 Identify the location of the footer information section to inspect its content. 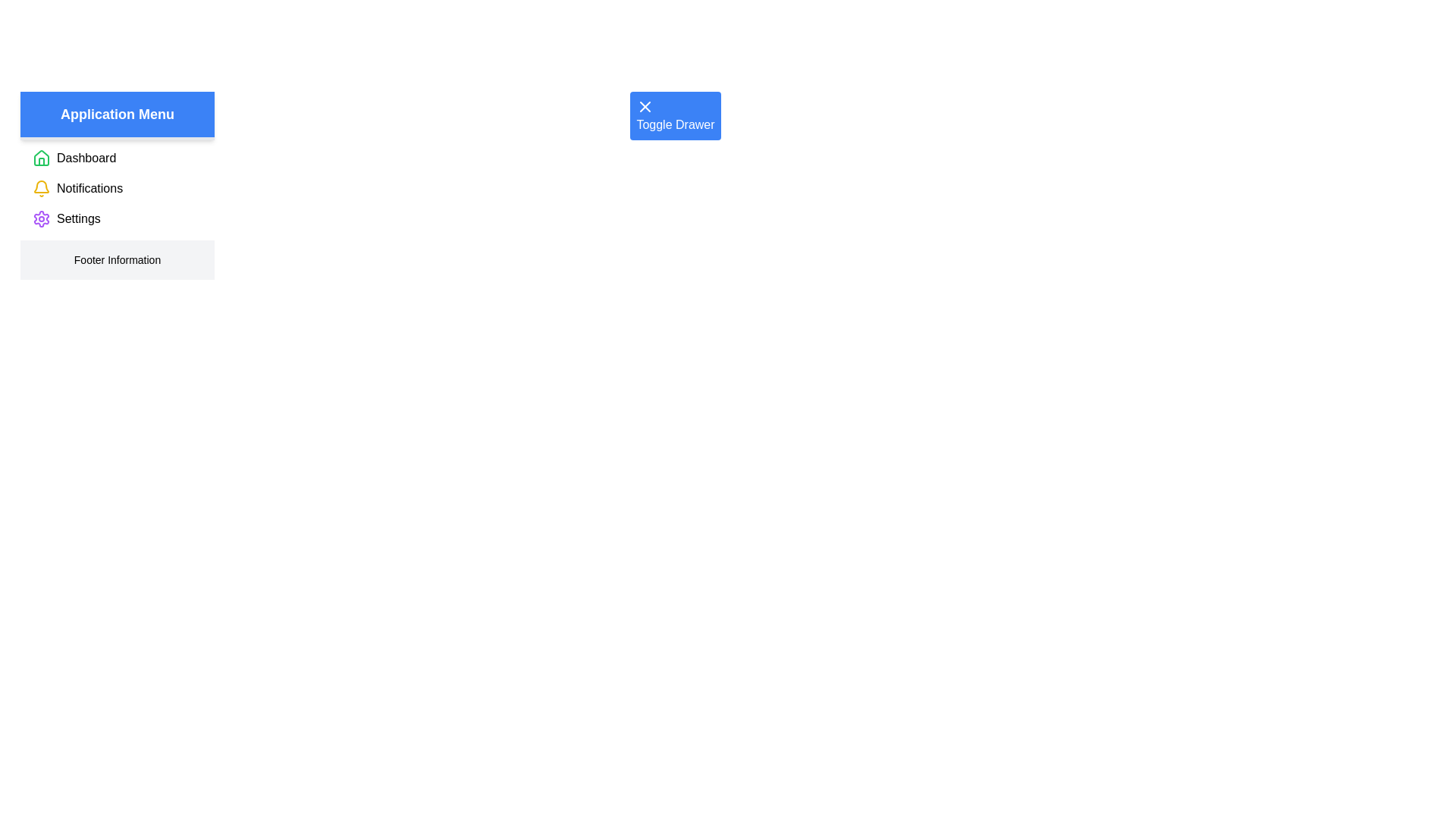
(116, 259).